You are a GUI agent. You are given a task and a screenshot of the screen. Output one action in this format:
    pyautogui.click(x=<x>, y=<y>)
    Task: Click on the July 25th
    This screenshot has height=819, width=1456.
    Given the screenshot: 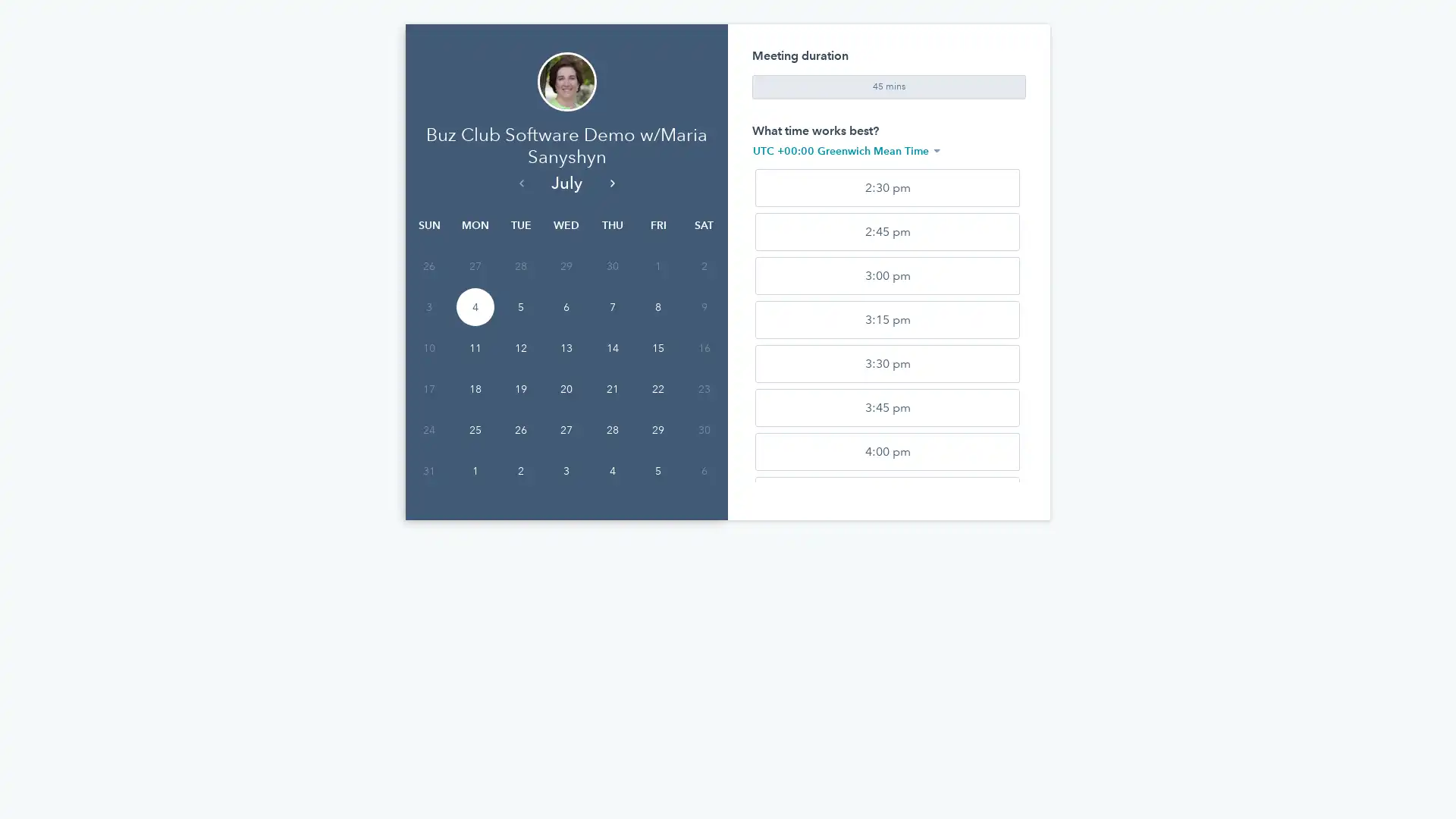 What is the action you would take?
    pyautogui.click(x=473, y=488)
    